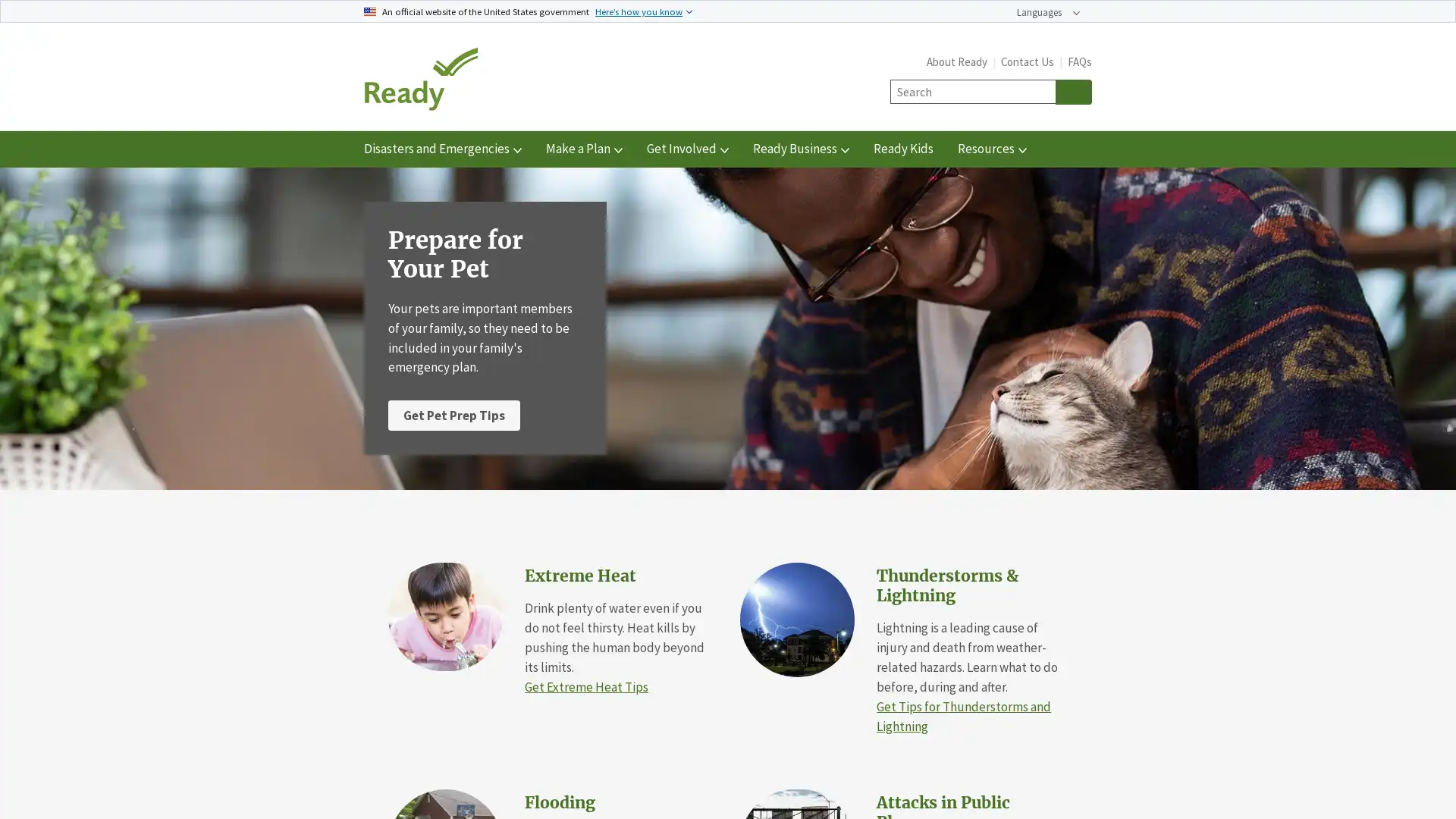  Describe the element at coordinates (992, 149) in the screenshot. I see `Resources` at that location.